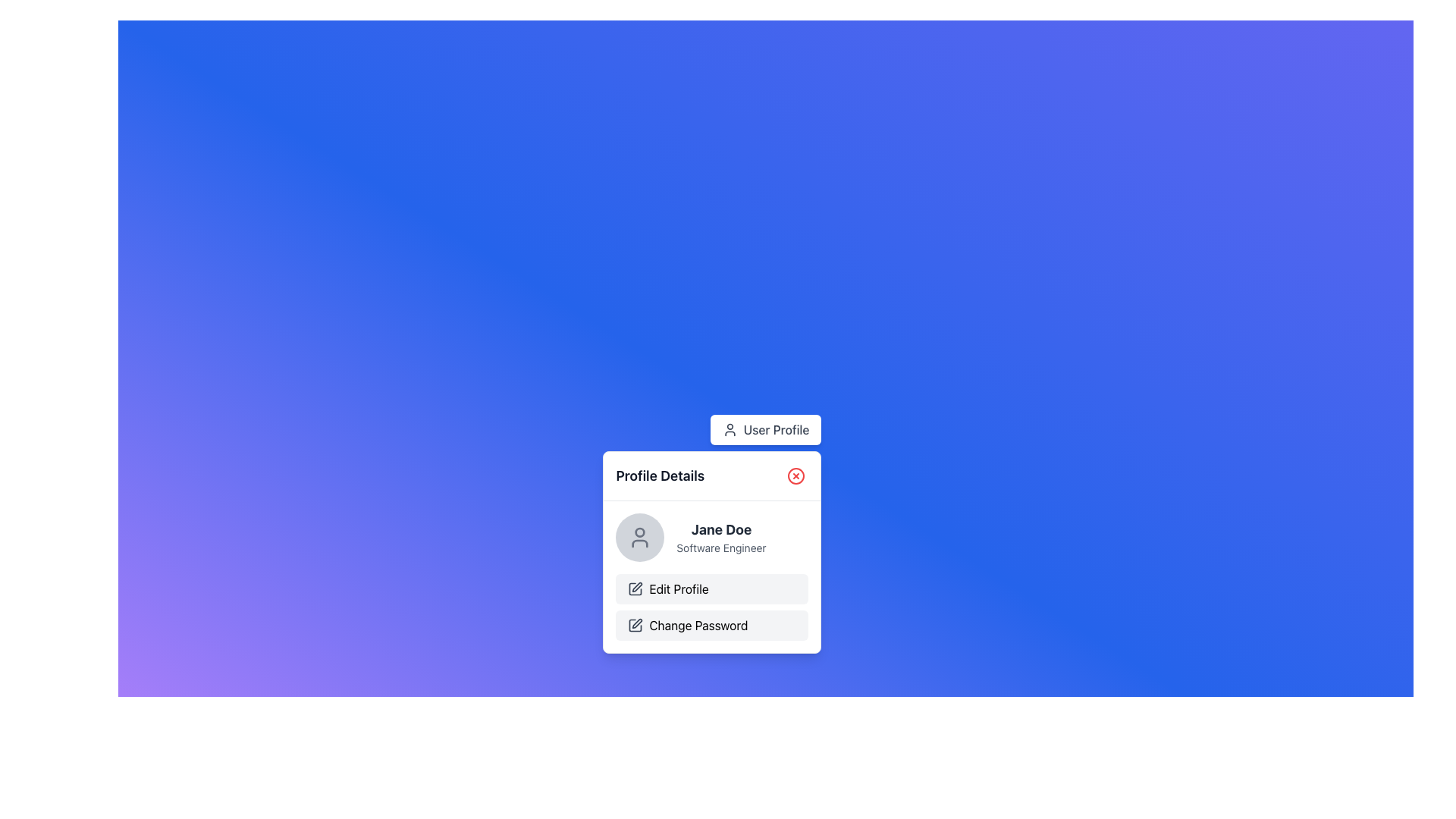 The image size is (1456, 819). I want to click on the navigation button located centrally at the top of the profile details section, so click(765, 430).